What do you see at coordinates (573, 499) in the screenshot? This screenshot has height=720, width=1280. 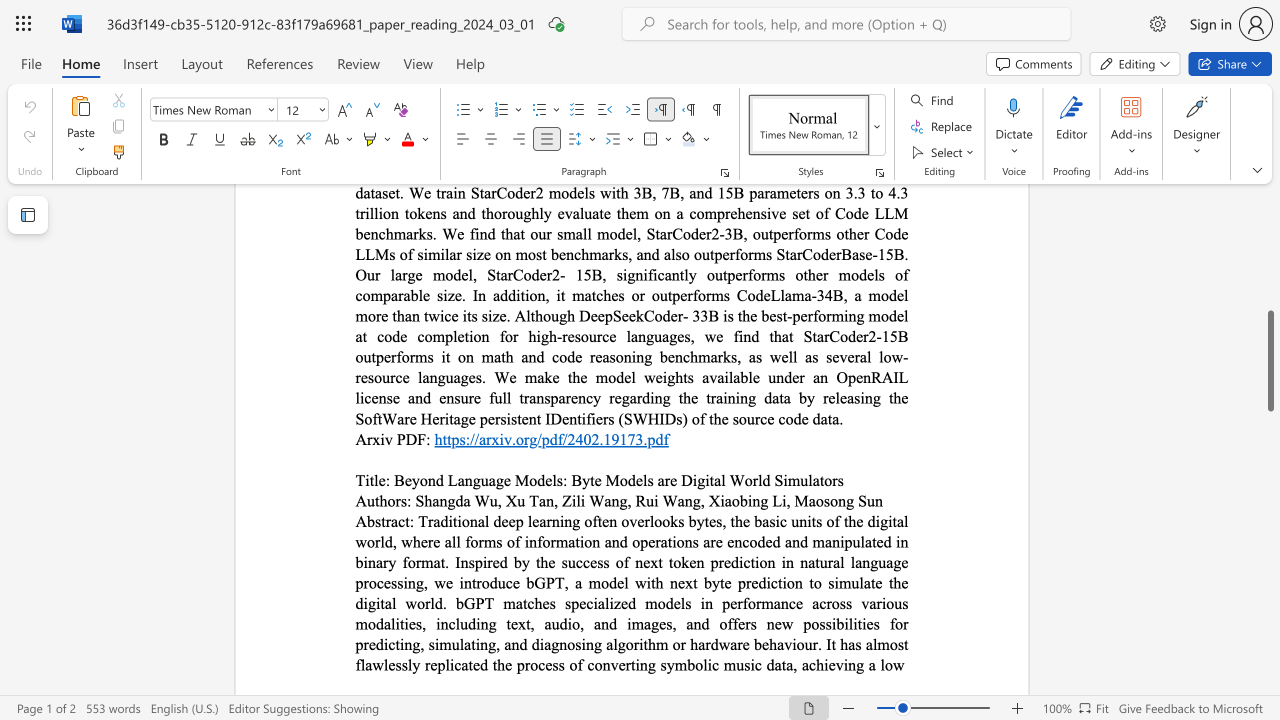 I see `the 1th character "i" in the text` at bounding box center [573, 499].